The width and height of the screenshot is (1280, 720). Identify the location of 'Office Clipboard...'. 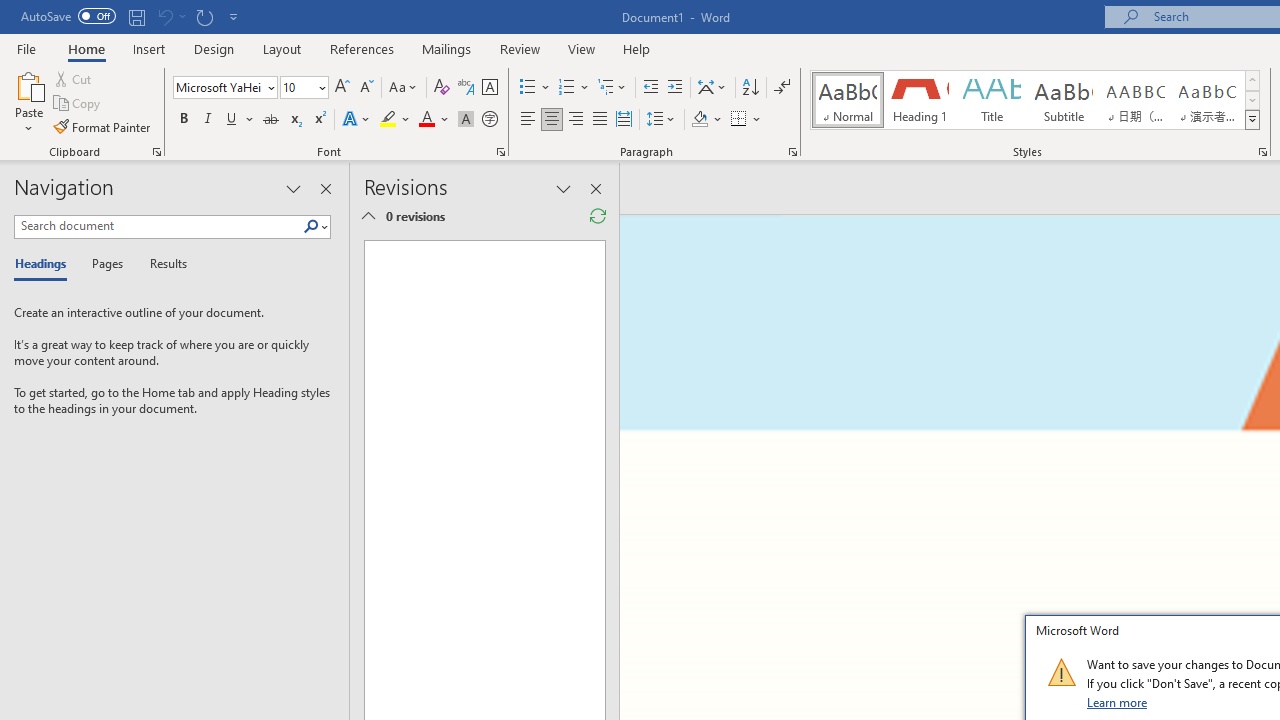
(155, 150).